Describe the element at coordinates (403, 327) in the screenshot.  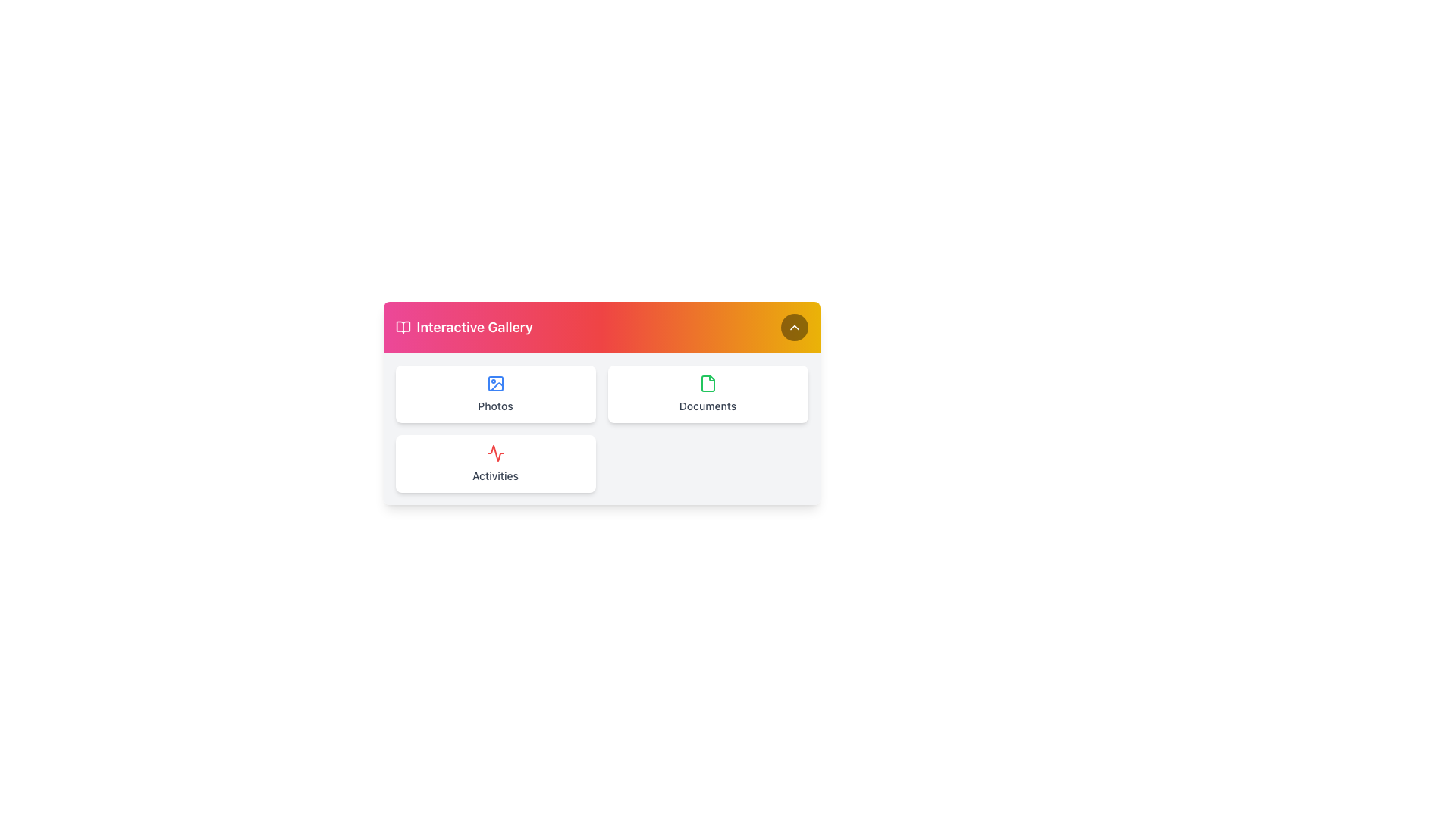
I see `the open book icon SVG graphic located in the header section of the interface, positioned to the left of 'Interactive Gallery'` at that location.